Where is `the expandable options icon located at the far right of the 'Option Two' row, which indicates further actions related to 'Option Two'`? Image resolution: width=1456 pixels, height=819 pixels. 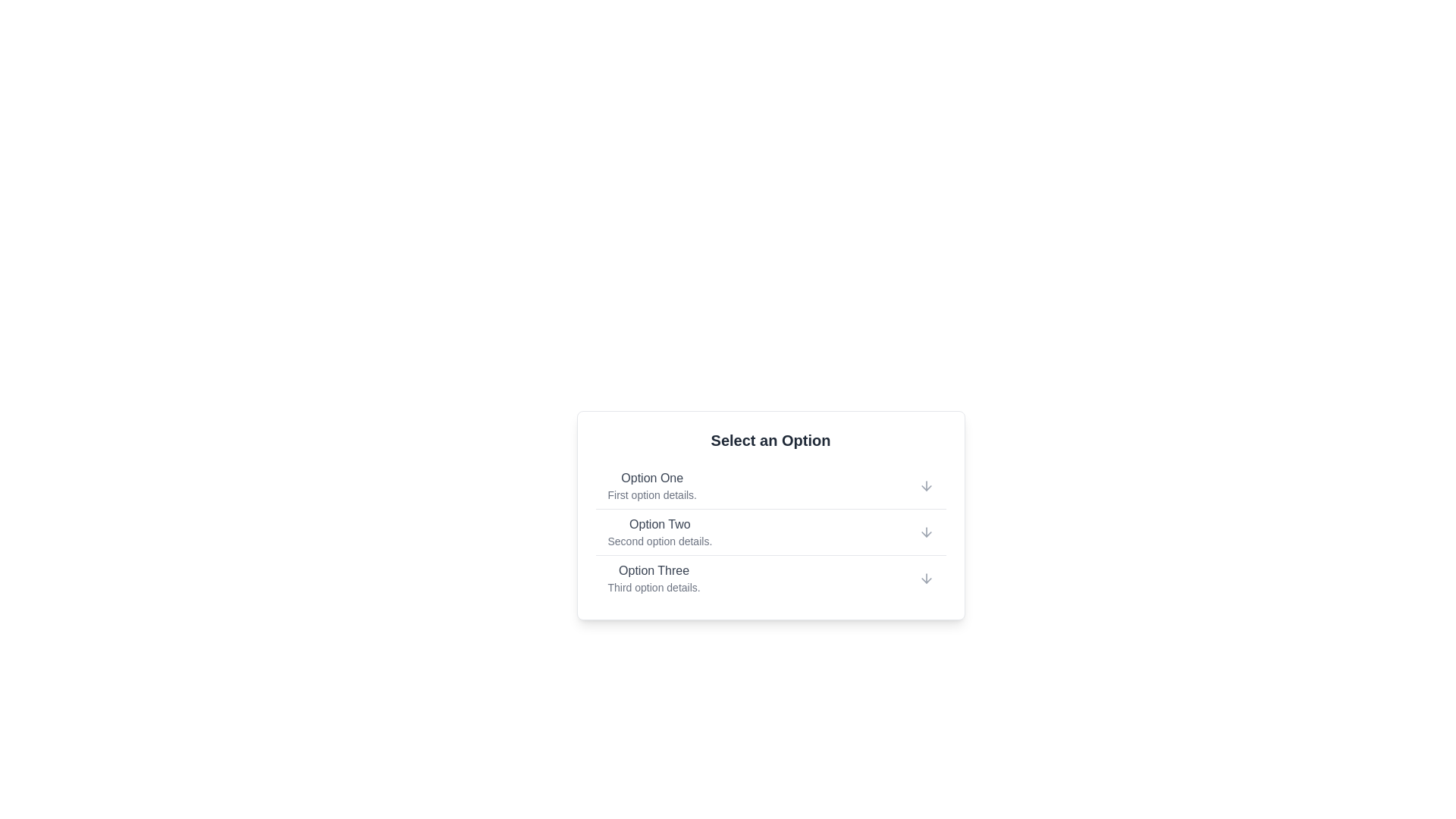 the expandable options icon located at the far right of the 'Option Two' row, which indicates further actions related to 'Option Two' is located at coordinates (925, 532).